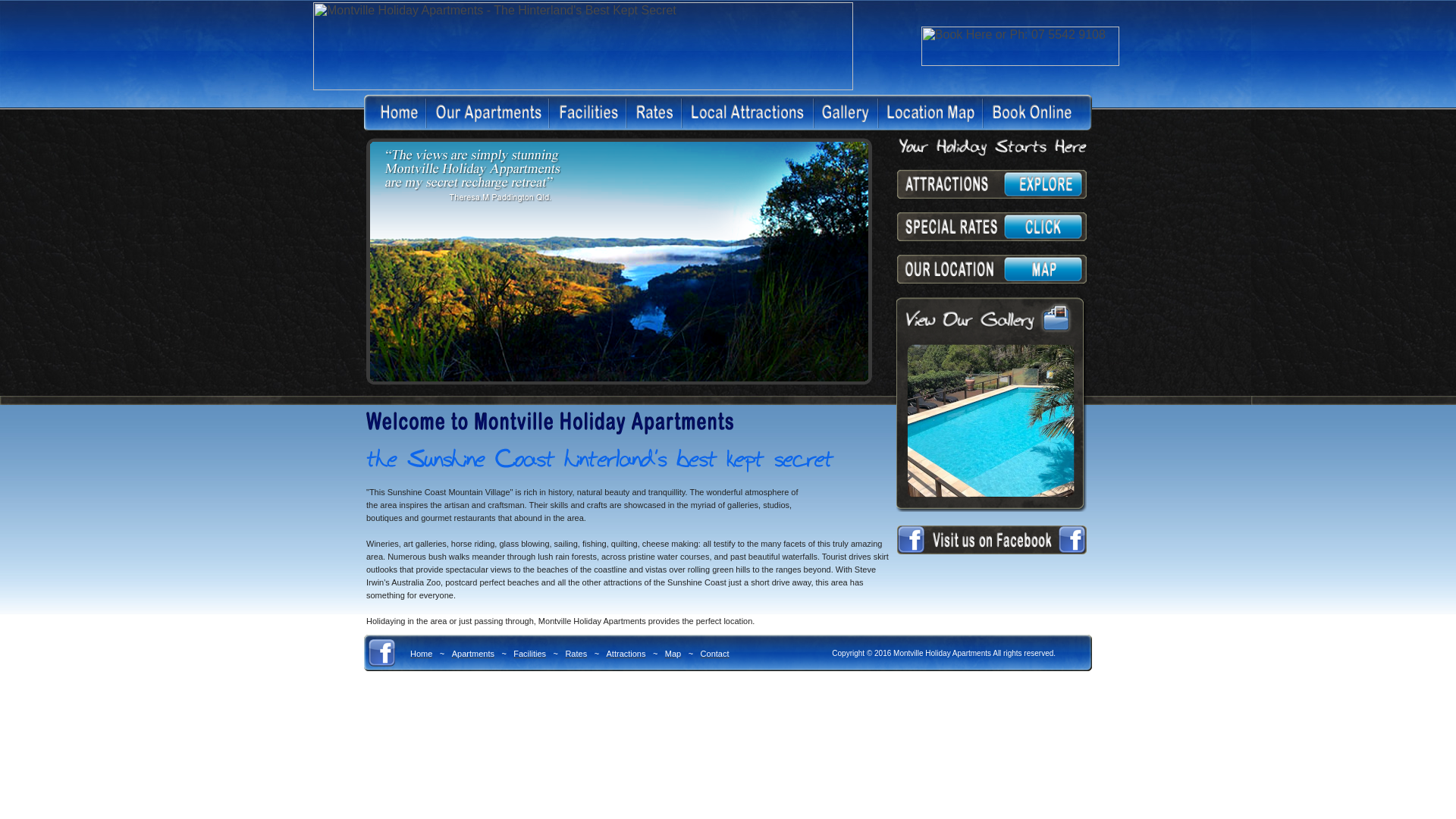 The height and width of the screenshot is (819, 1456). Describe the element at coordinates (410, 651) in the screenshot. I see `'Home'` at that location.